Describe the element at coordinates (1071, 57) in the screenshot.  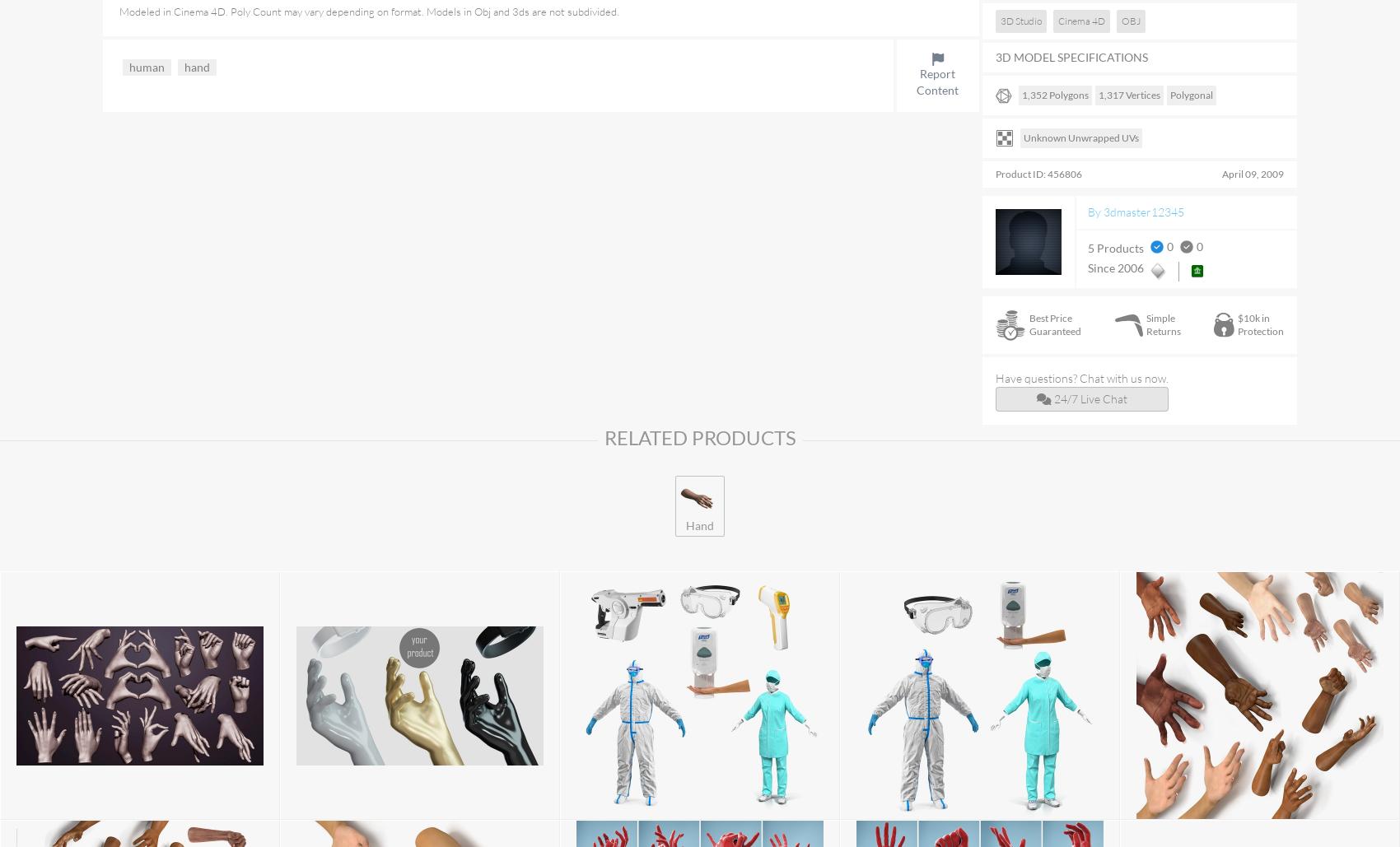
I see `'3D MODEL SPECIFICATIONS'` at that location.